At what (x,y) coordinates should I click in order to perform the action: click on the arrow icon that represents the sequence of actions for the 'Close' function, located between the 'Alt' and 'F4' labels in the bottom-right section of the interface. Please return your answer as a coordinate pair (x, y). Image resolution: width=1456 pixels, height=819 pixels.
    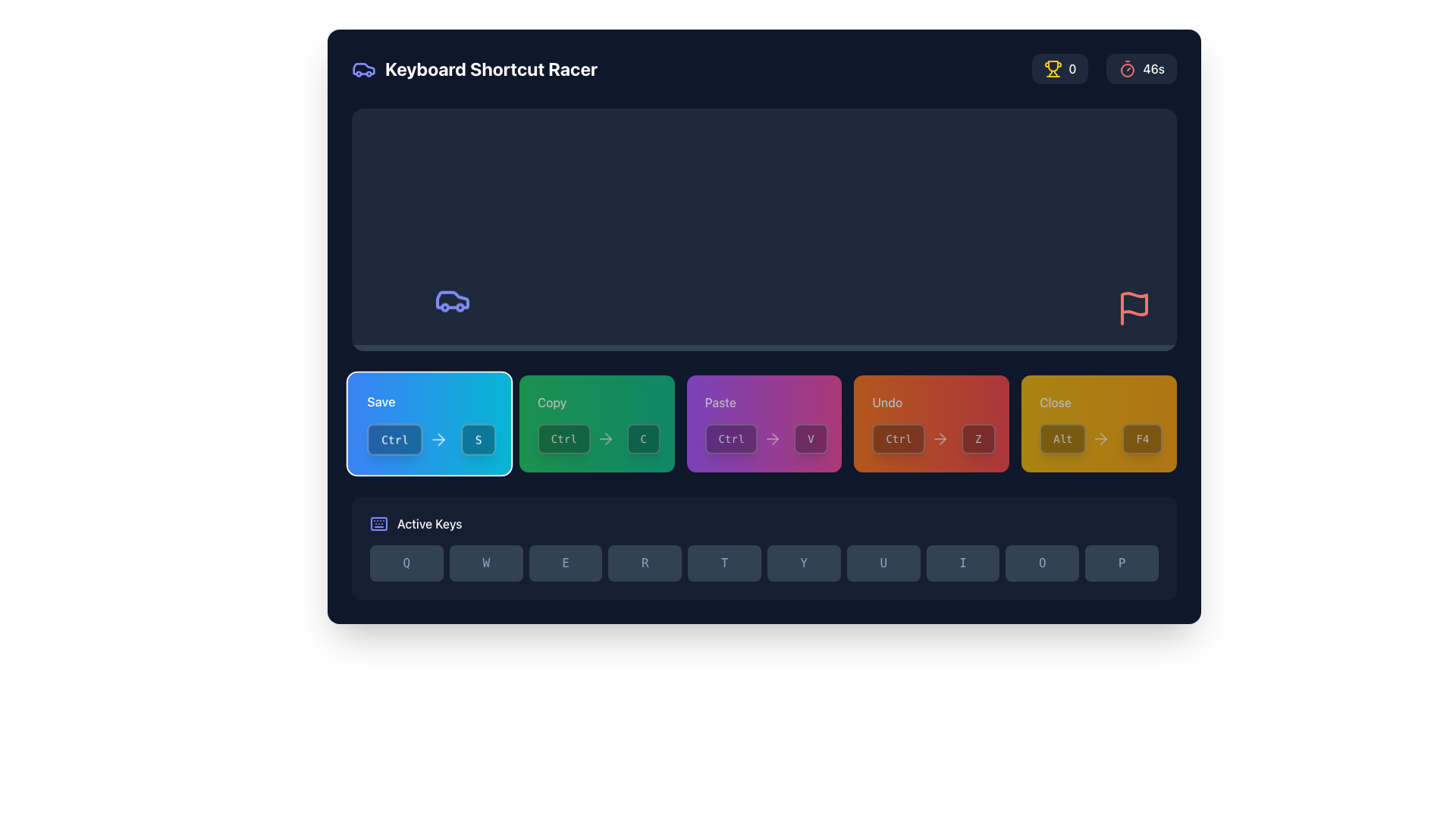
    Looking at the image, I should click on (1101, 438).